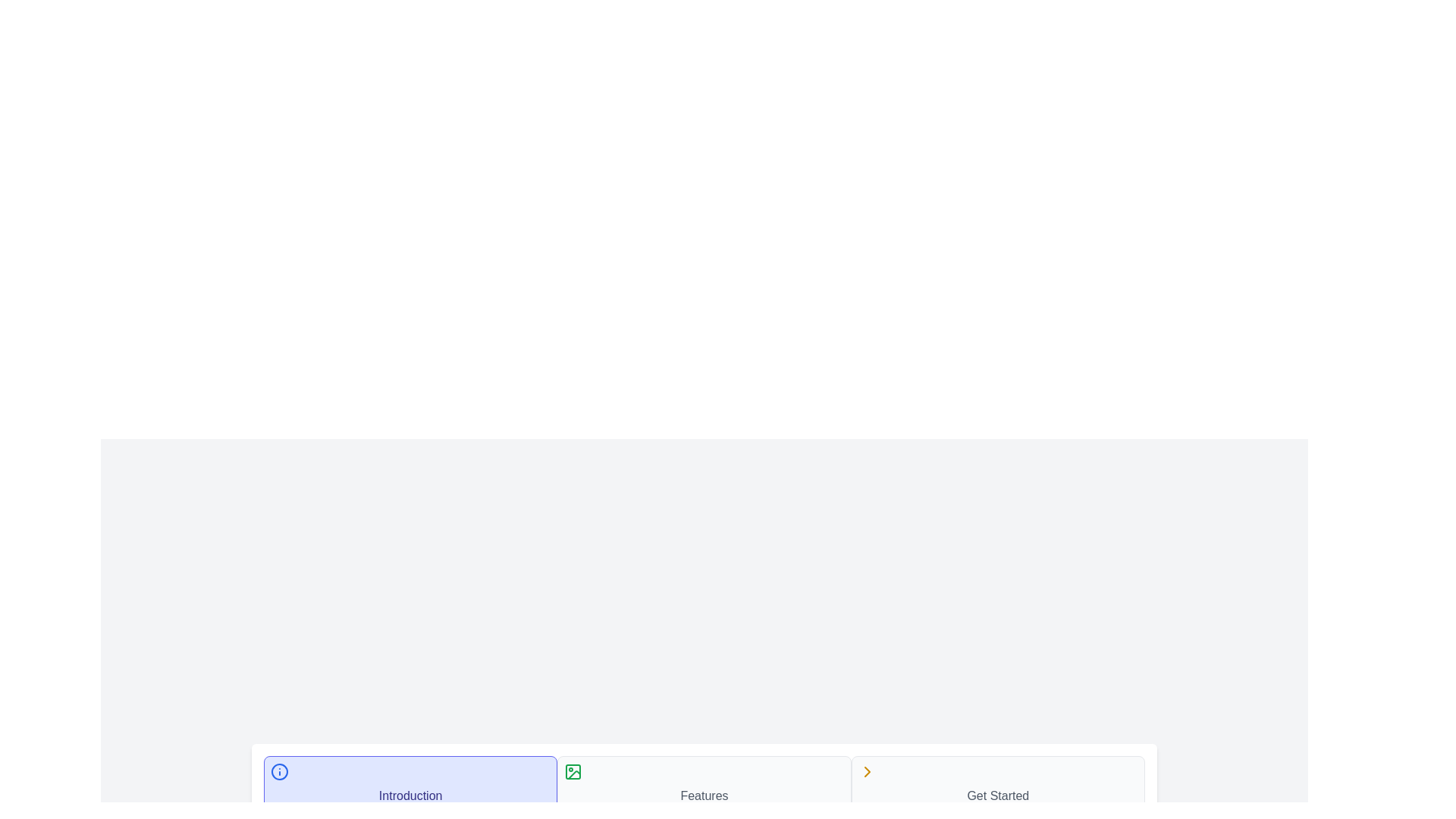 The image size is (1456, 819). What do you see at coordinates (998, 783) in the screenshot?
I see `the step labeled Get Started to focus on it` at bounding box center [998, 783].